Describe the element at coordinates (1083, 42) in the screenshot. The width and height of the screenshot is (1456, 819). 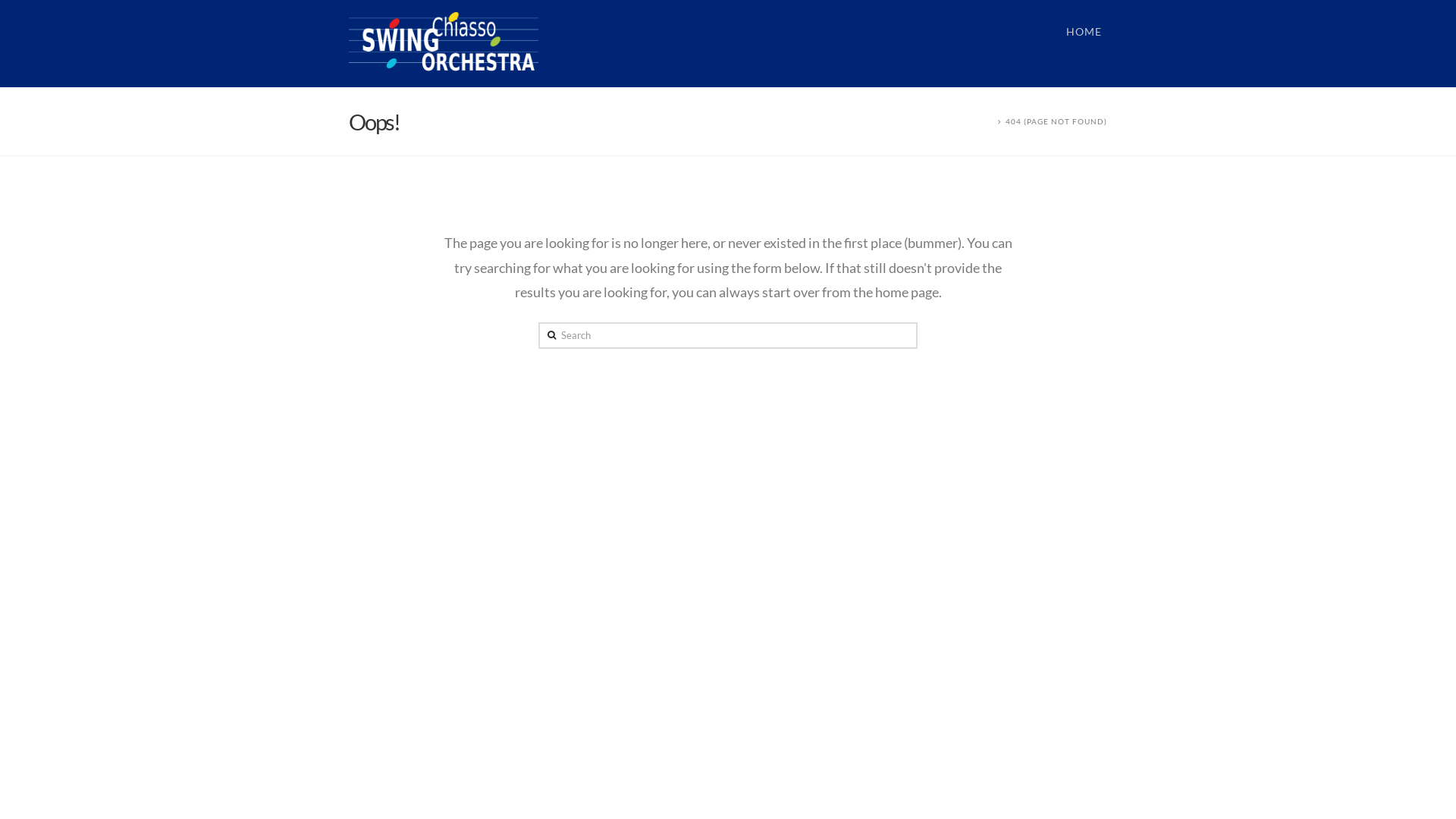
I see `'HOME'` at that location.